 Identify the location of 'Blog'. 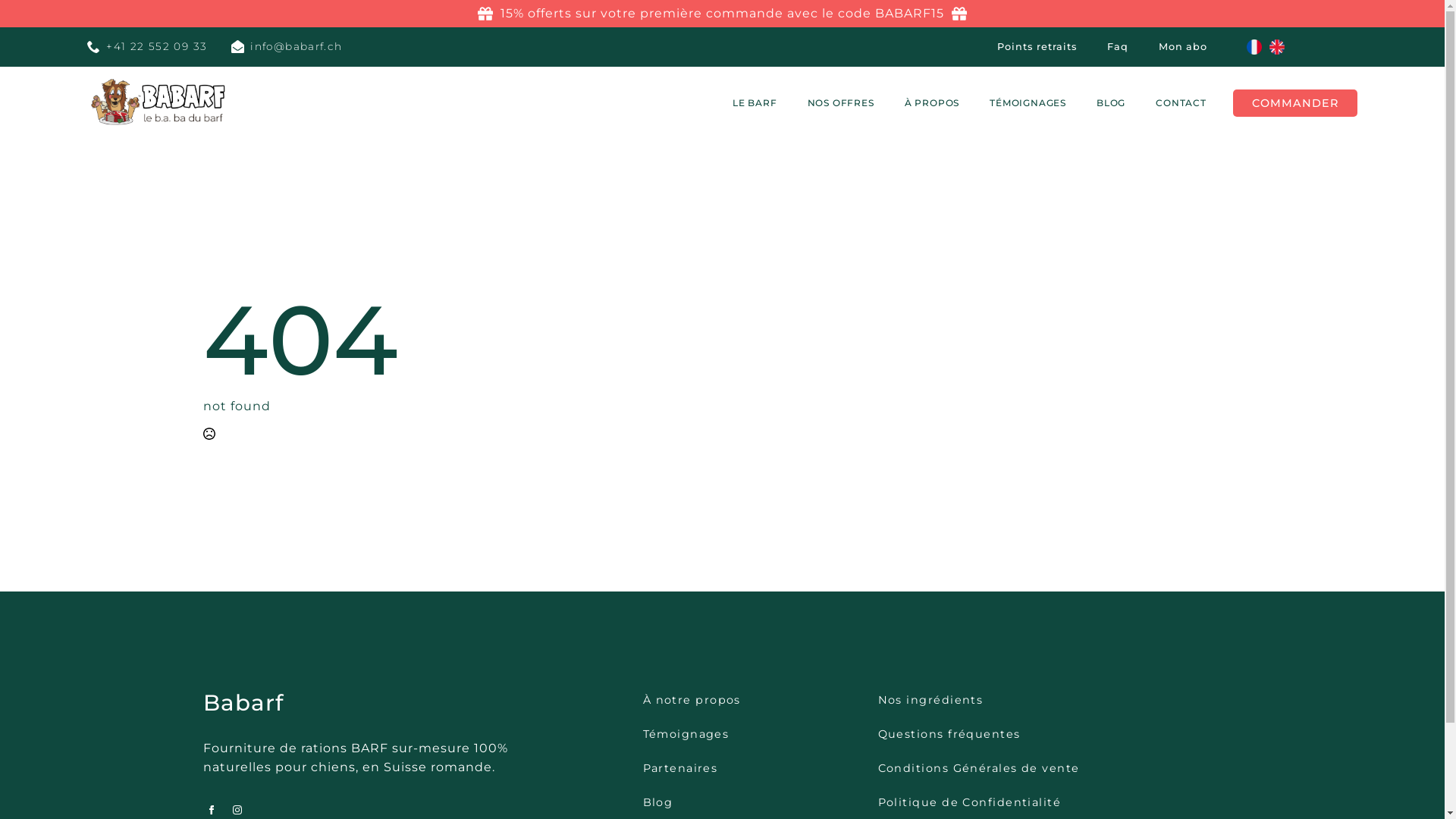
(658, 801).